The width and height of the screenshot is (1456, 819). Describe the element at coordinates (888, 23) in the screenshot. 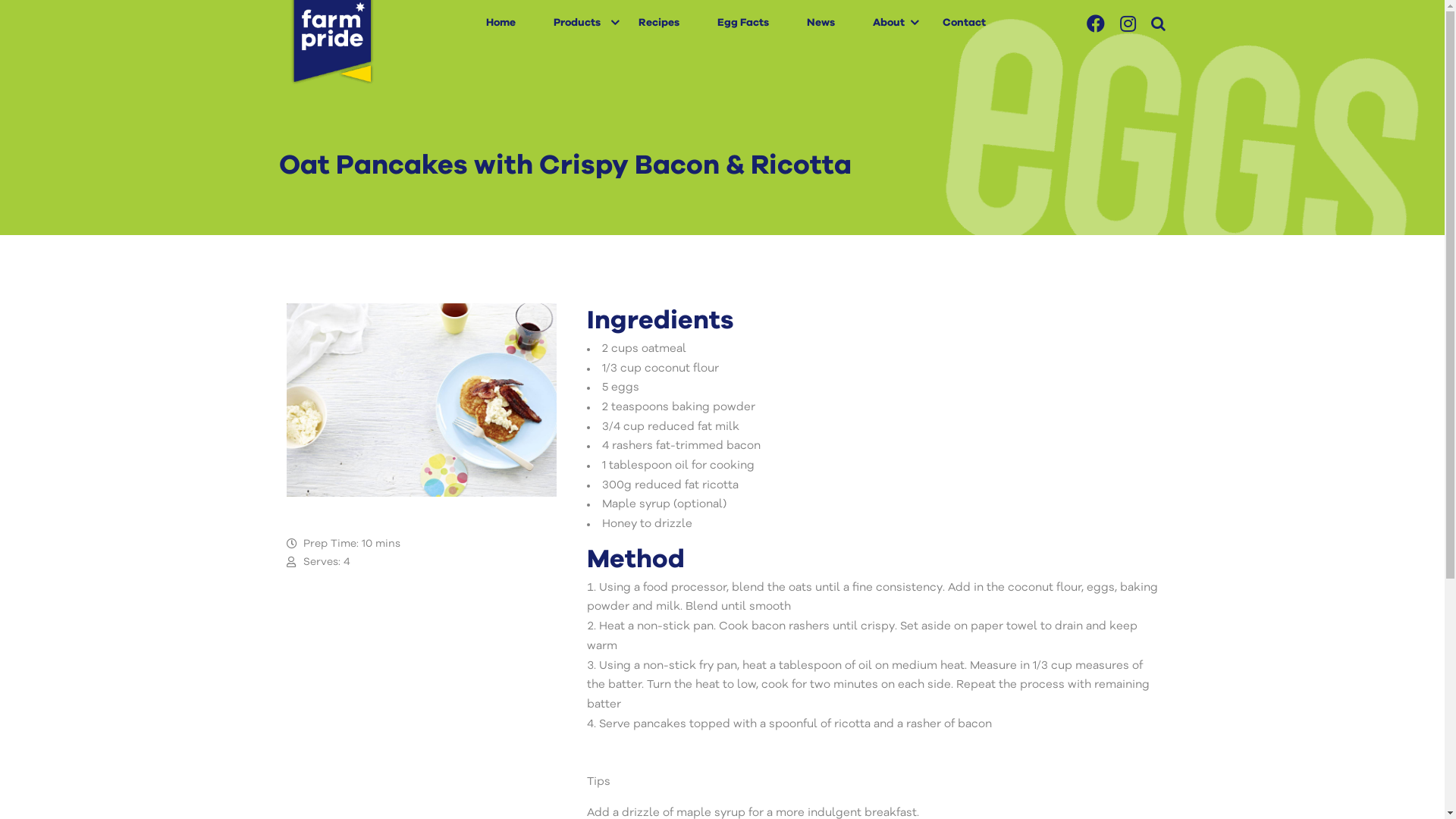

I see `'About'` at that location.